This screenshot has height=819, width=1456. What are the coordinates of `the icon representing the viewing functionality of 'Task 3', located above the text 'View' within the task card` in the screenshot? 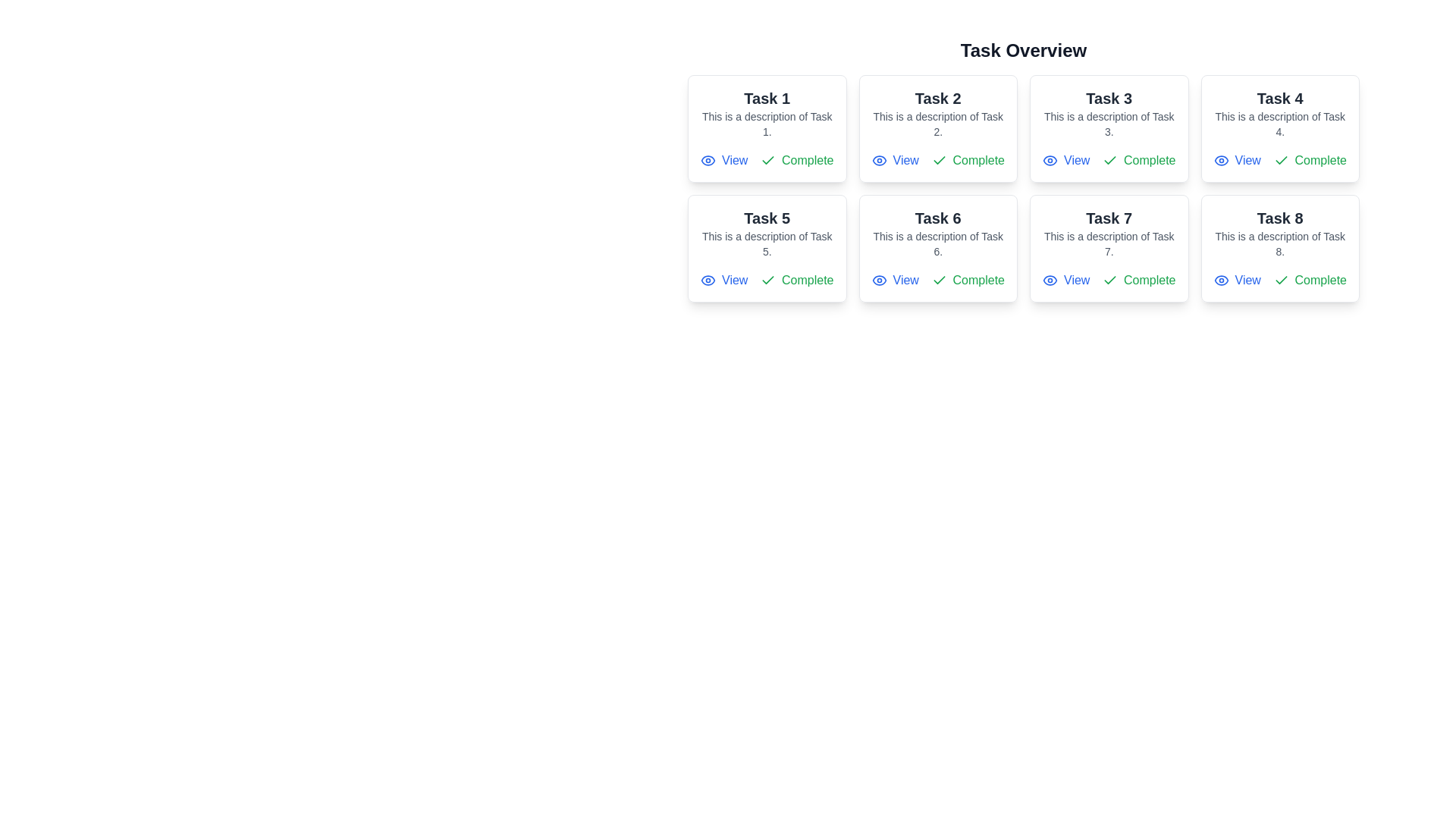 It's located at (1050, 161).